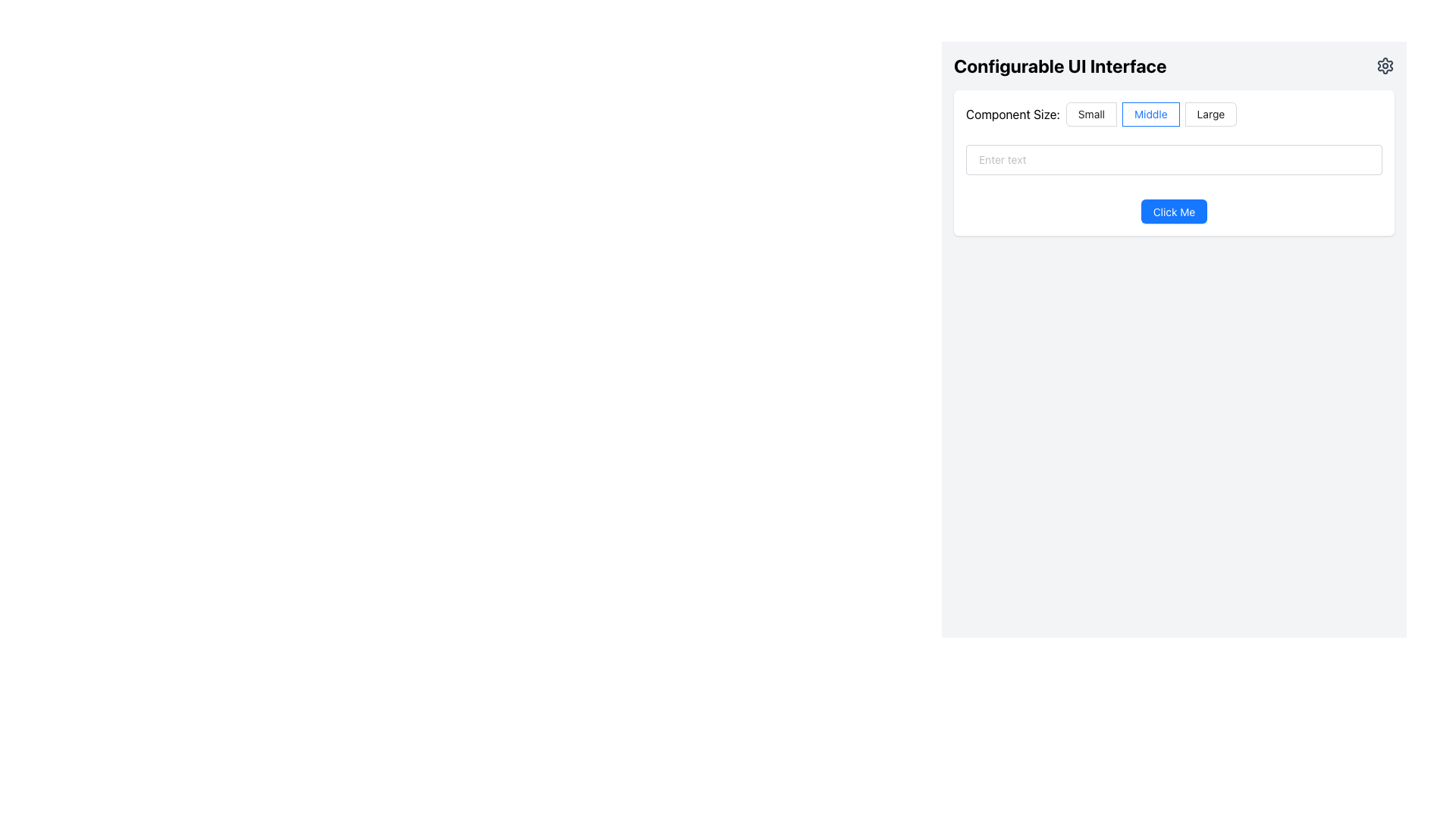  What do you see at coordinates (1059, 65) in the screenshot?
I see `text from the bold header labeled 'Configurable UI Interface', which is styled in black and aligned left within its section` at bounding box center [1059, 65].